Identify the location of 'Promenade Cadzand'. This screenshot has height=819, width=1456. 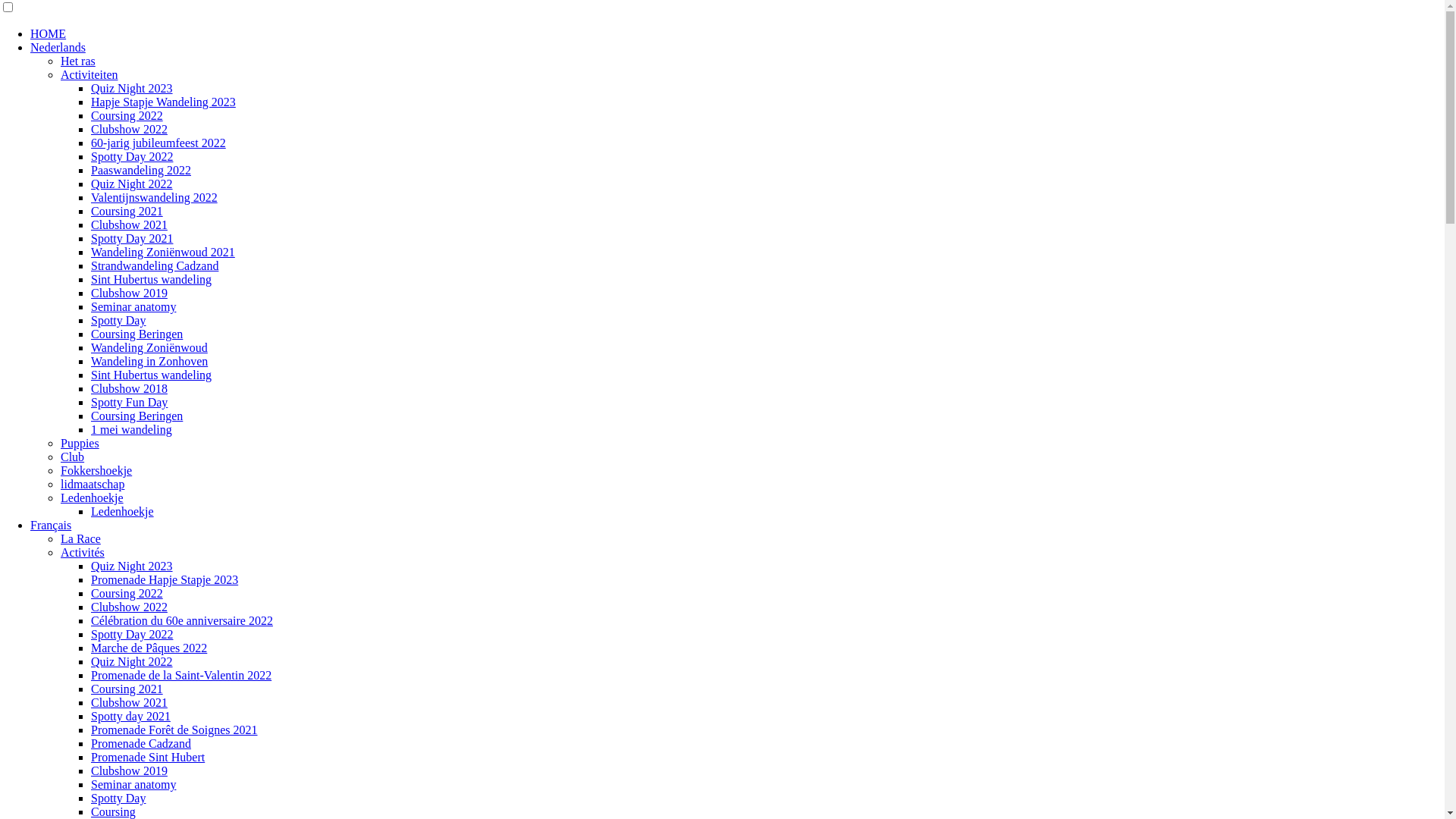
(141, 742).